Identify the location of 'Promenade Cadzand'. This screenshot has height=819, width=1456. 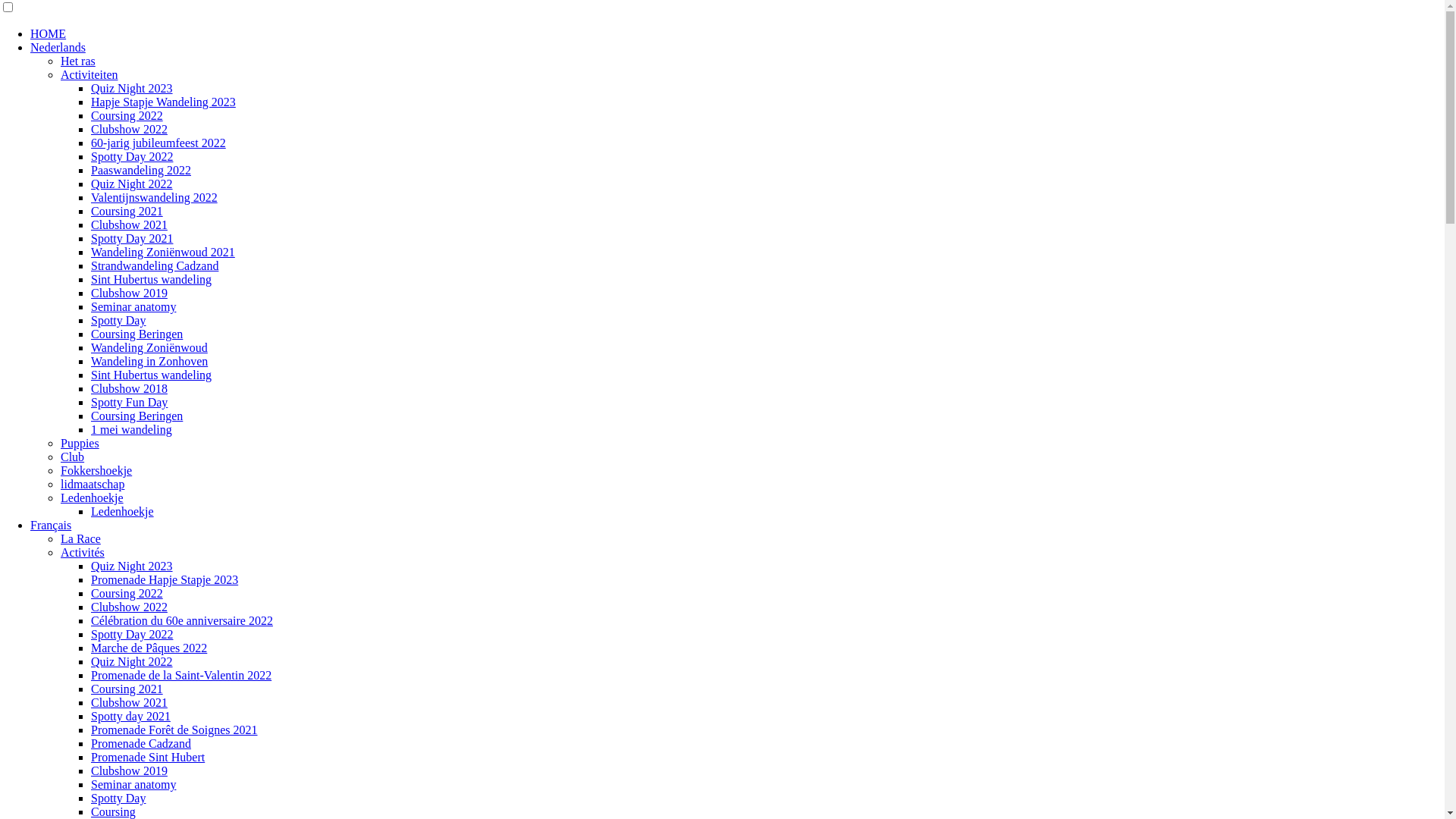
(141, 742).